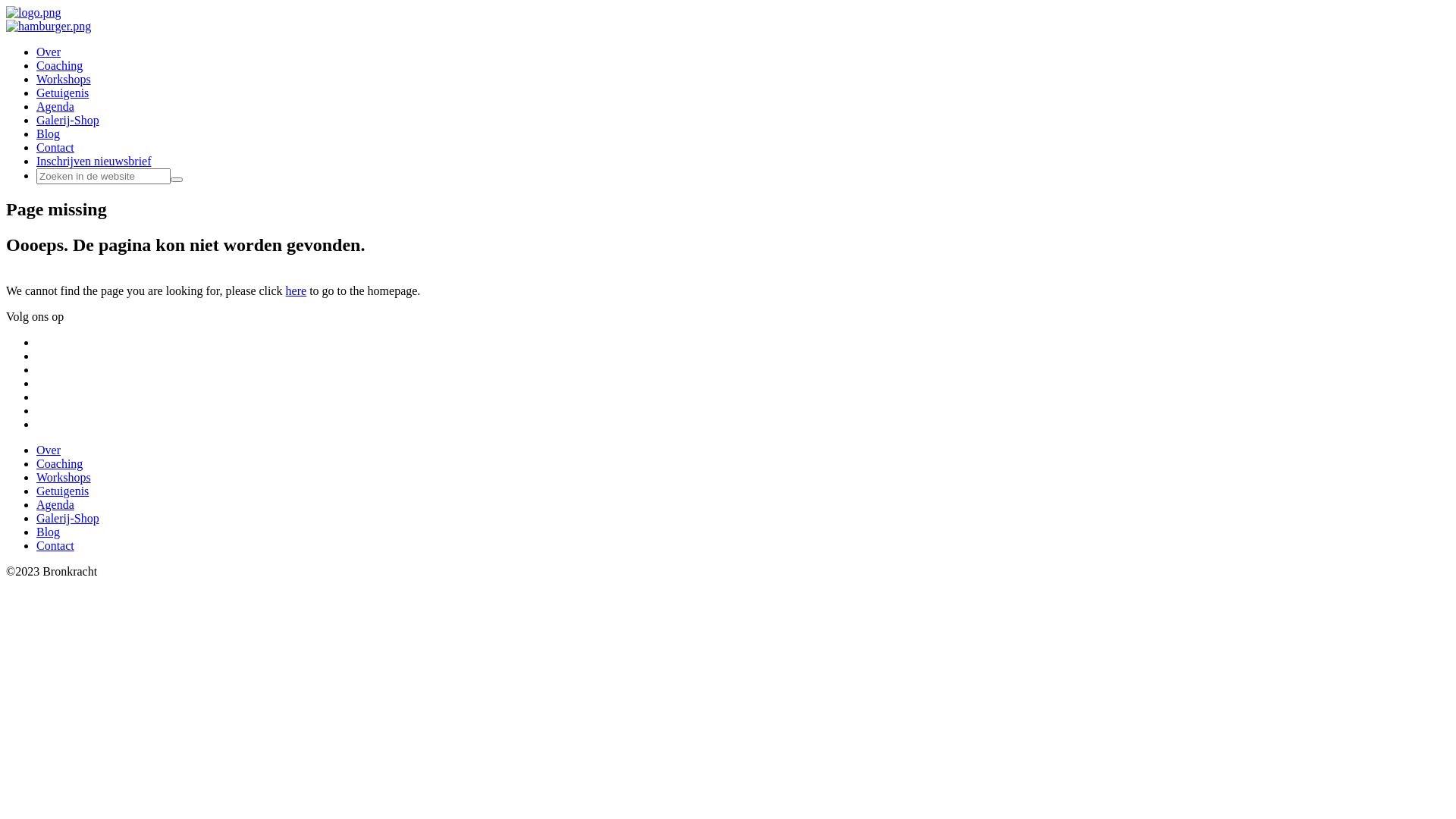 The height and width of the screenshot is (819, 1456). What do you see at coordinates (48, 133) in the screenshot?
I see `'Blog'` at bounding box center [48, 133].